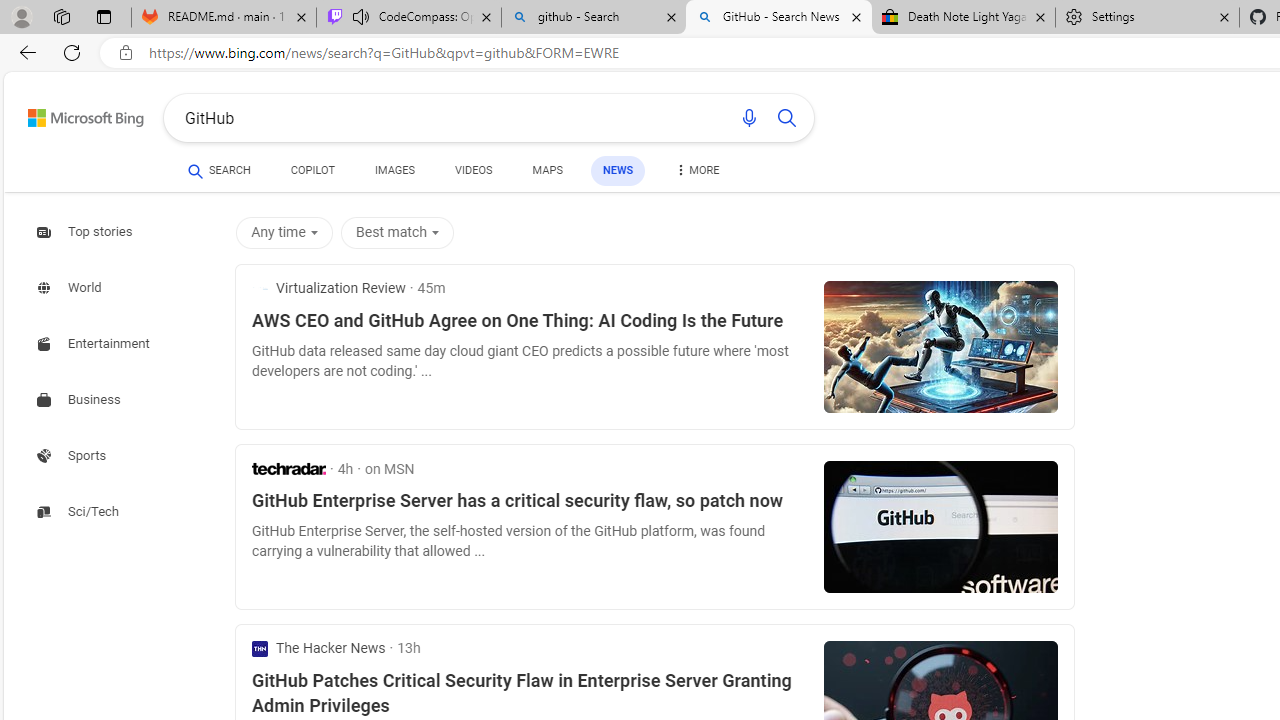 This screenshot has height=720, width=1280. Describe the element at coordinates (696, 170) in the screenshot. I see `'Dropdown Menu'` at that location.